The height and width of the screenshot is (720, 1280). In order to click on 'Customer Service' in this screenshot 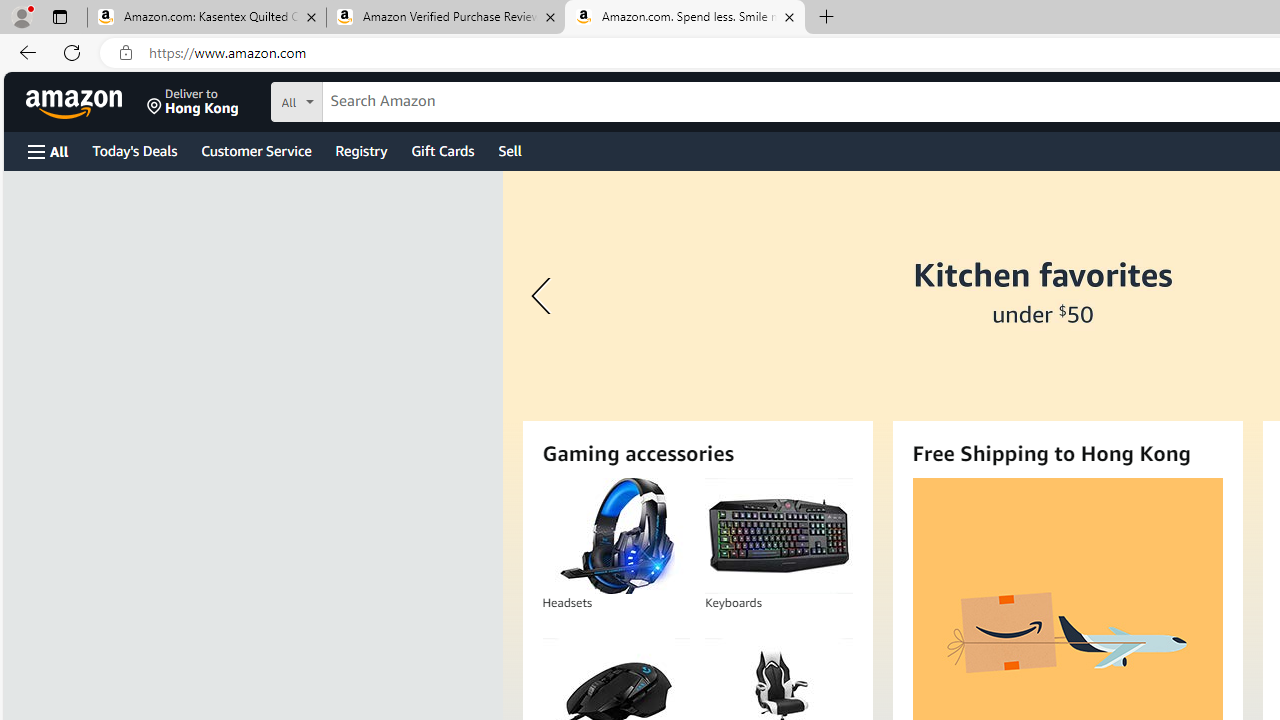, I will do `click(255, 149)`.